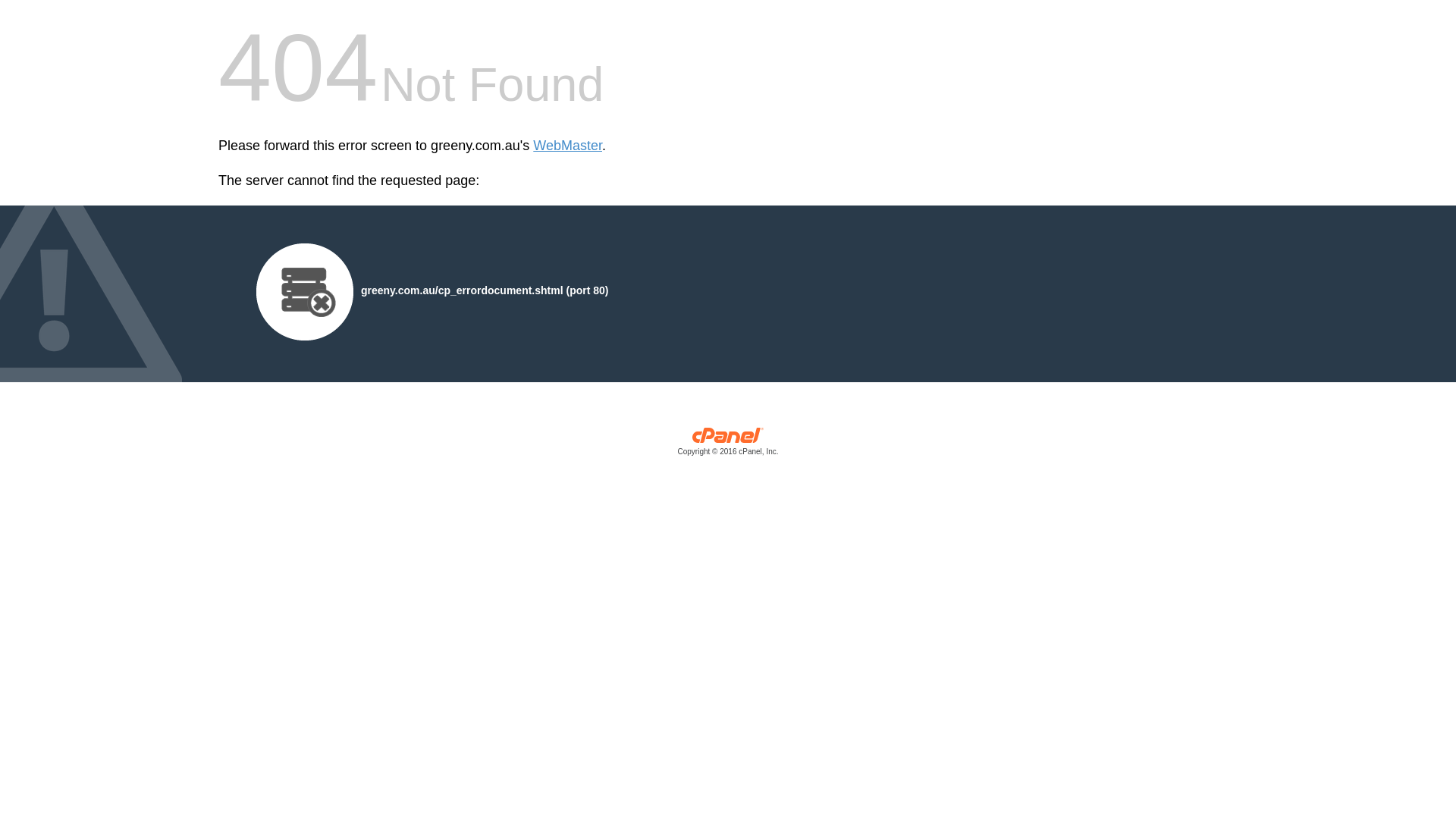  What do you see at coordinates (566, 146) in the screenshot?
I see `'WebMaster'` at bounding box center [566, 146].